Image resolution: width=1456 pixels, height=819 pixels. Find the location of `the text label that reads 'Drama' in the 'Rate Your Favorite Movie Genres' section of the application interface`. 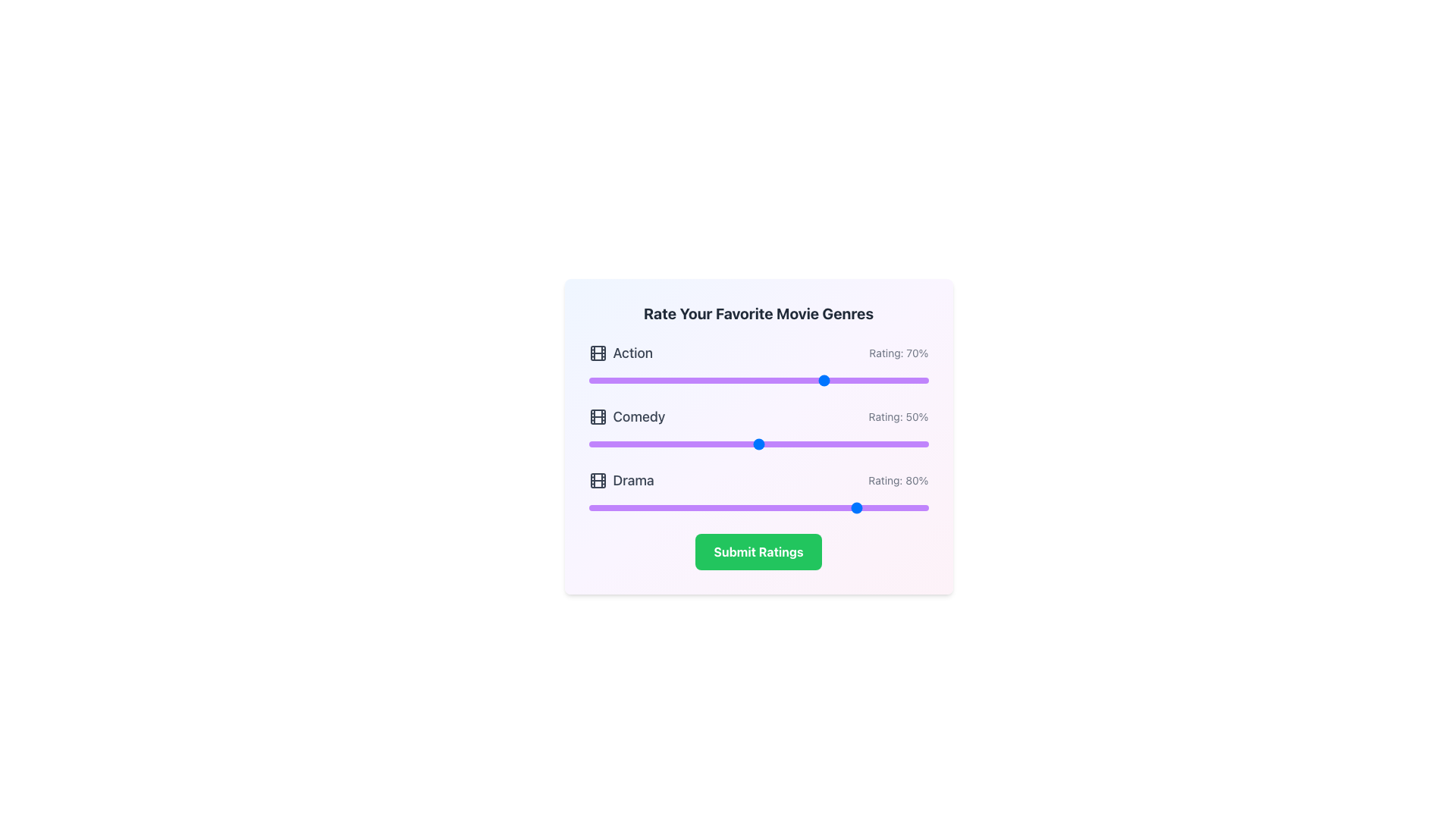

the text label that reads 'Drama' in the 'Rate Your Favorite Movie Genres' section of the application interface is located at coordinates (621, 480).